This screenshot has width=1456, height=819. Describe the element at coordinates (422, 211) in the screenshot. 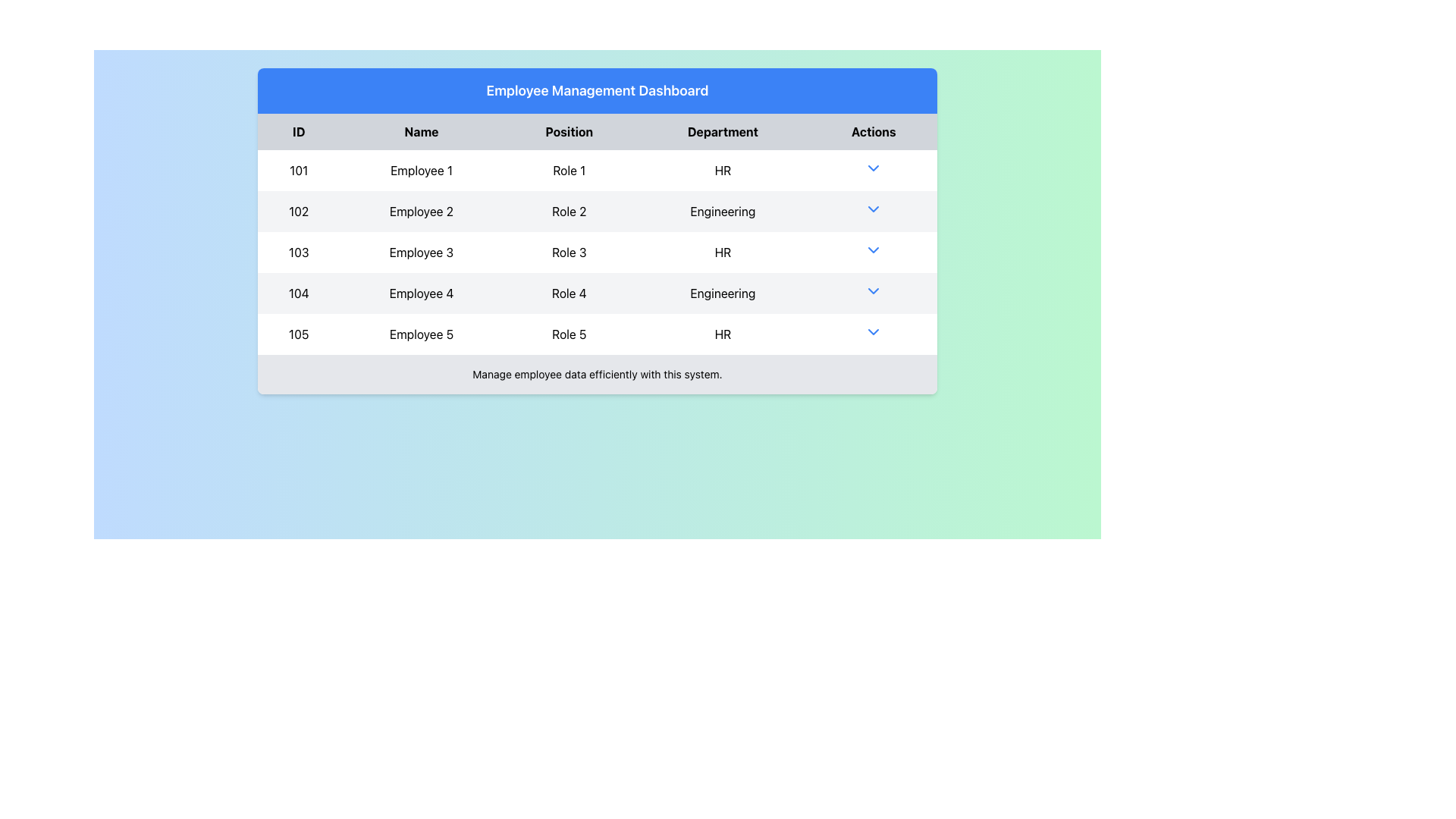

I see `the employee name label located in the second row of the table under the 'Name' column, positioned between the 'ID' column with value '102' and the 'Role 2' in the 'Position' column` at that location.